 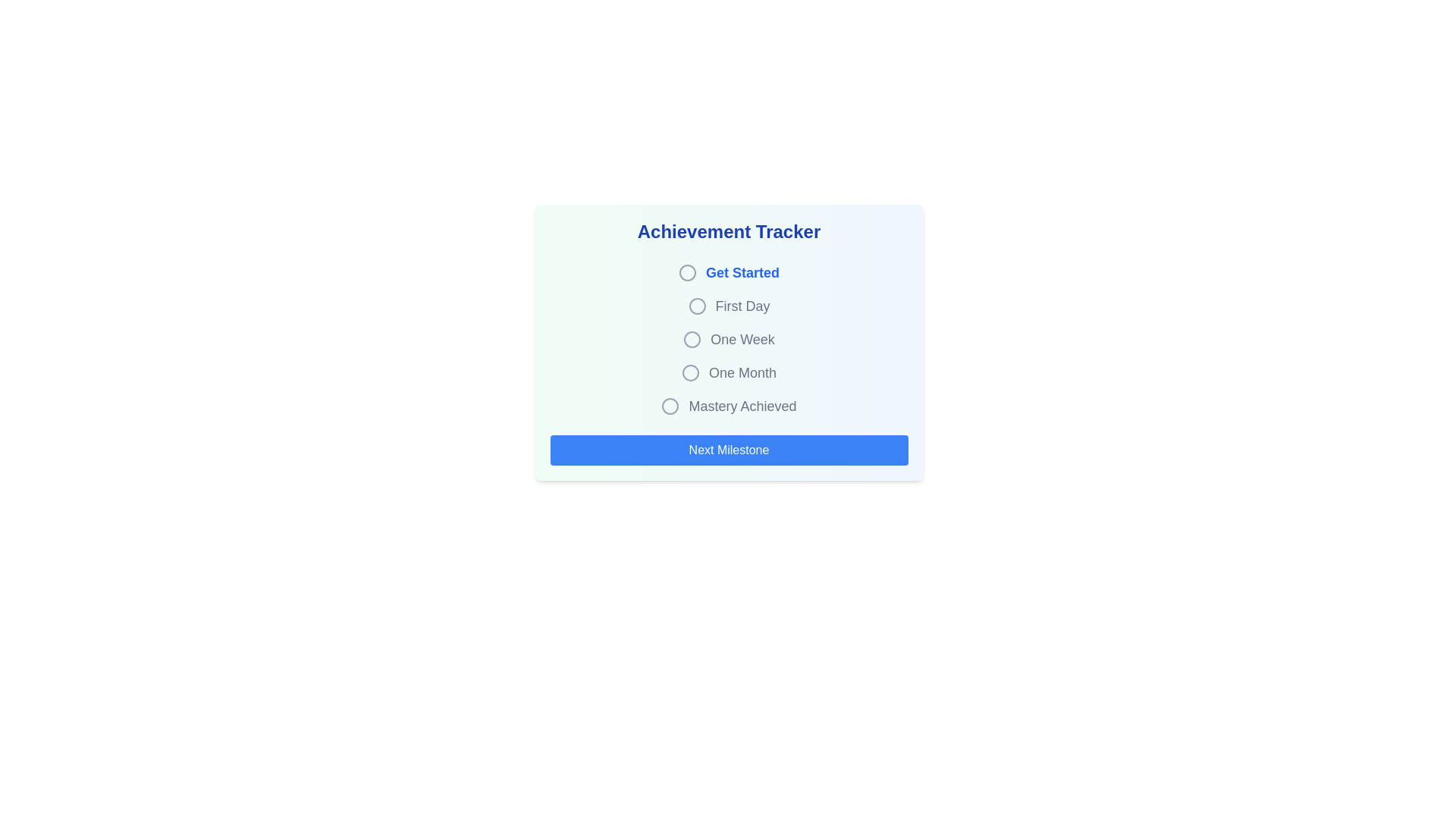 What do you see at coordinates (742, 271) in the screenshot?
I see `text from the 'Get Started' label, which is prominently displayed in bold blue typeface and is the first item in a vertical list near the top-left section of the 'Achievement Tracker' card` at bounding box center [742, 271].